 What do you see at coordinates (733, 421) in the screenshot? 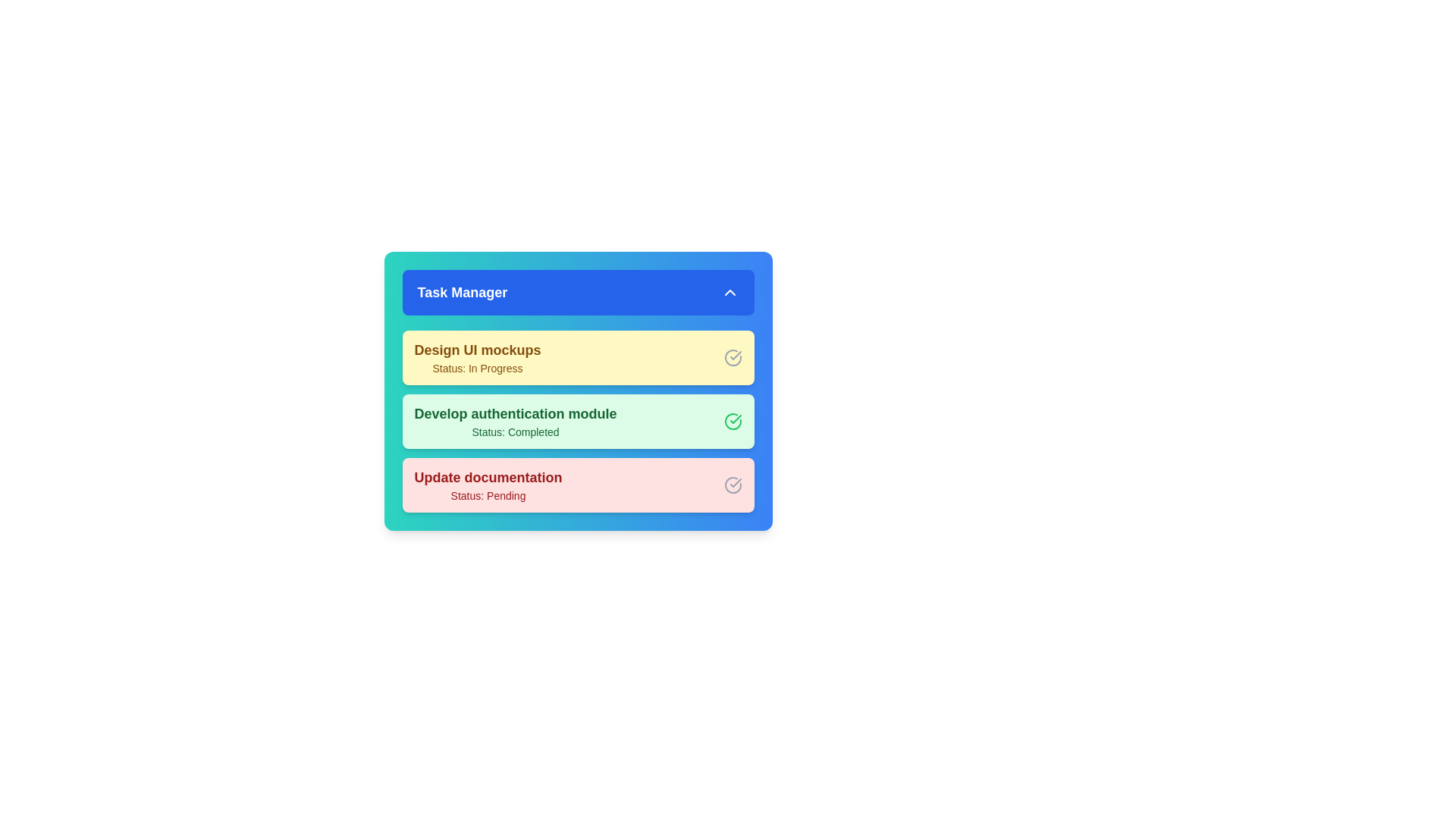
I see `the status icon of the task with name Develop authentication module` at bounding box center [733, 421].